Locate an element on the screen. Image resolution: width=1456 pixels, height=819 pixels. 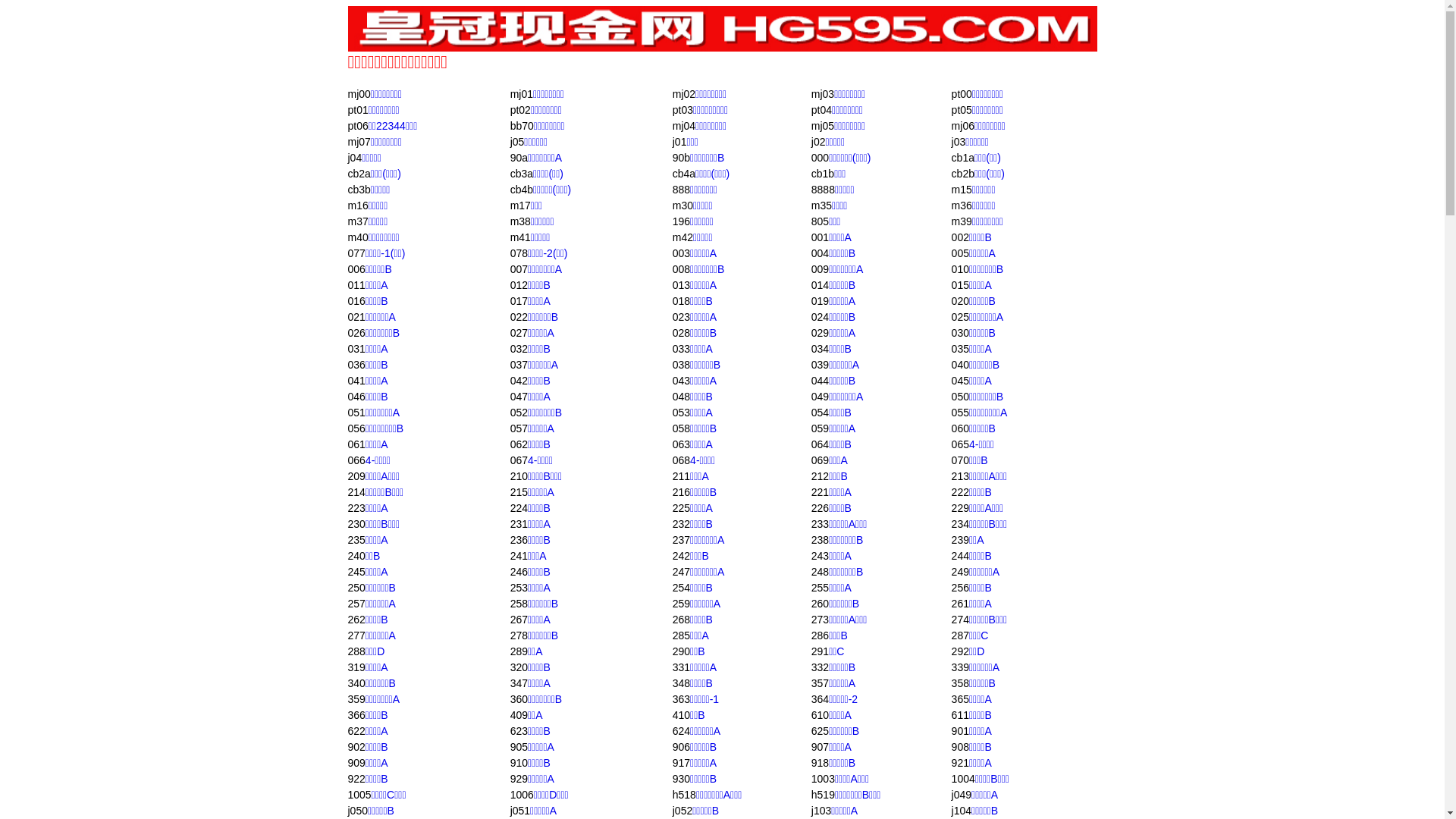
'm42' is located at coordinates (682, 237).